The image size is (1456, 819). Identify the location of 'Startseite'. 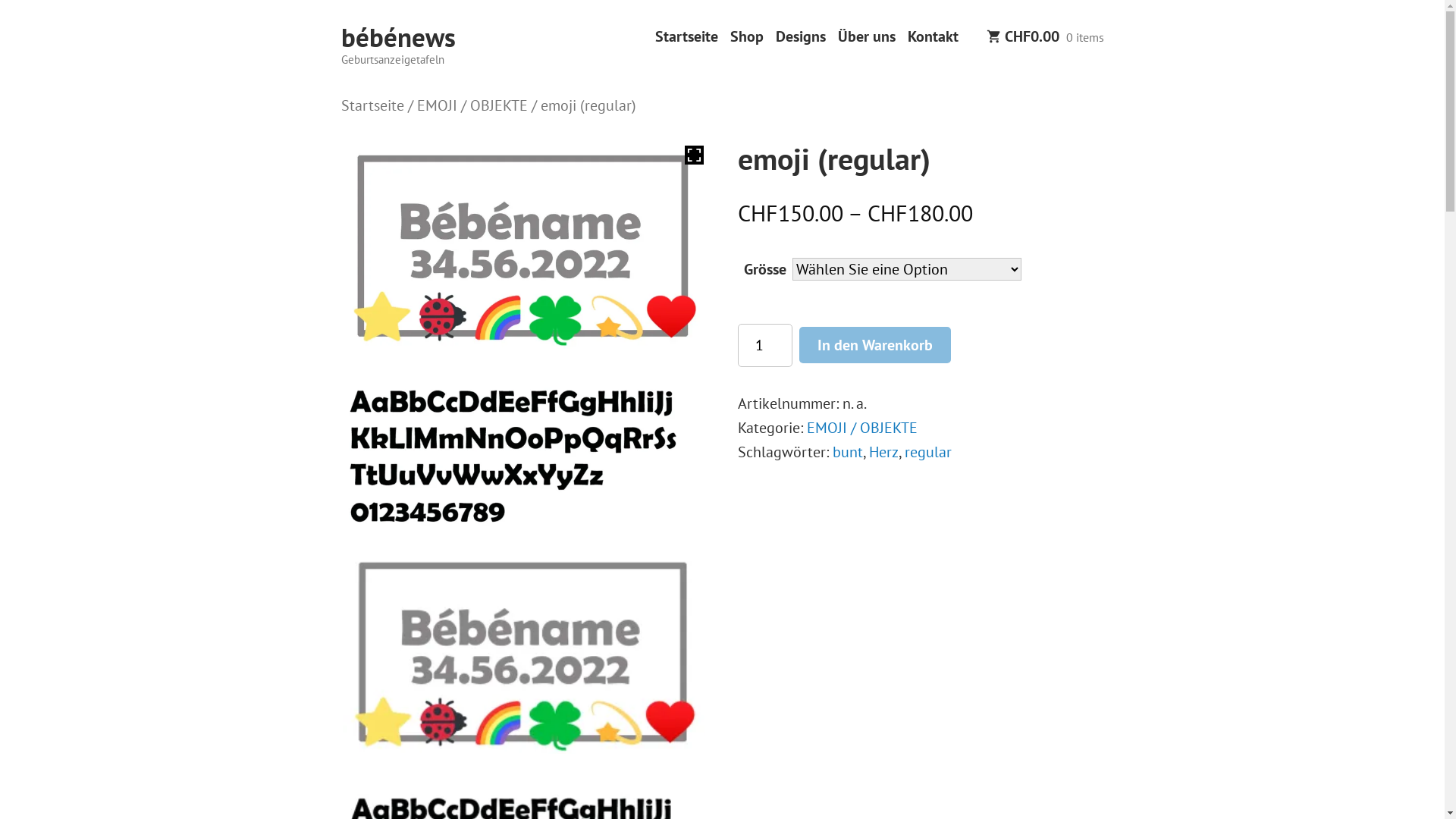
(372, 104).